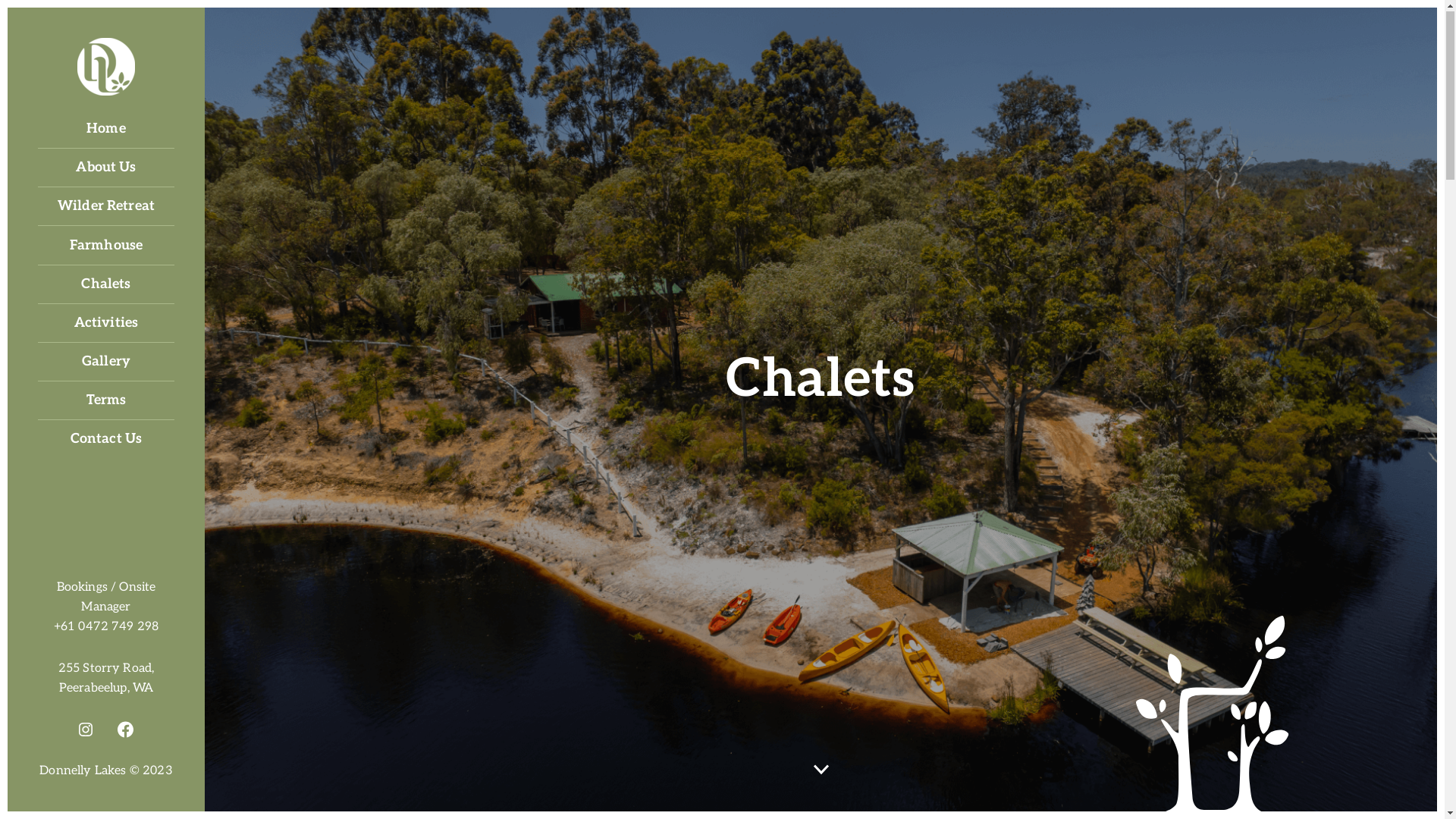 This screenshot has width=1456, height=819. Describe the element at coordinates (105, 678) in the screenshot. I see `'255 Storry Road, Peerabeelup, WA'` at that location.